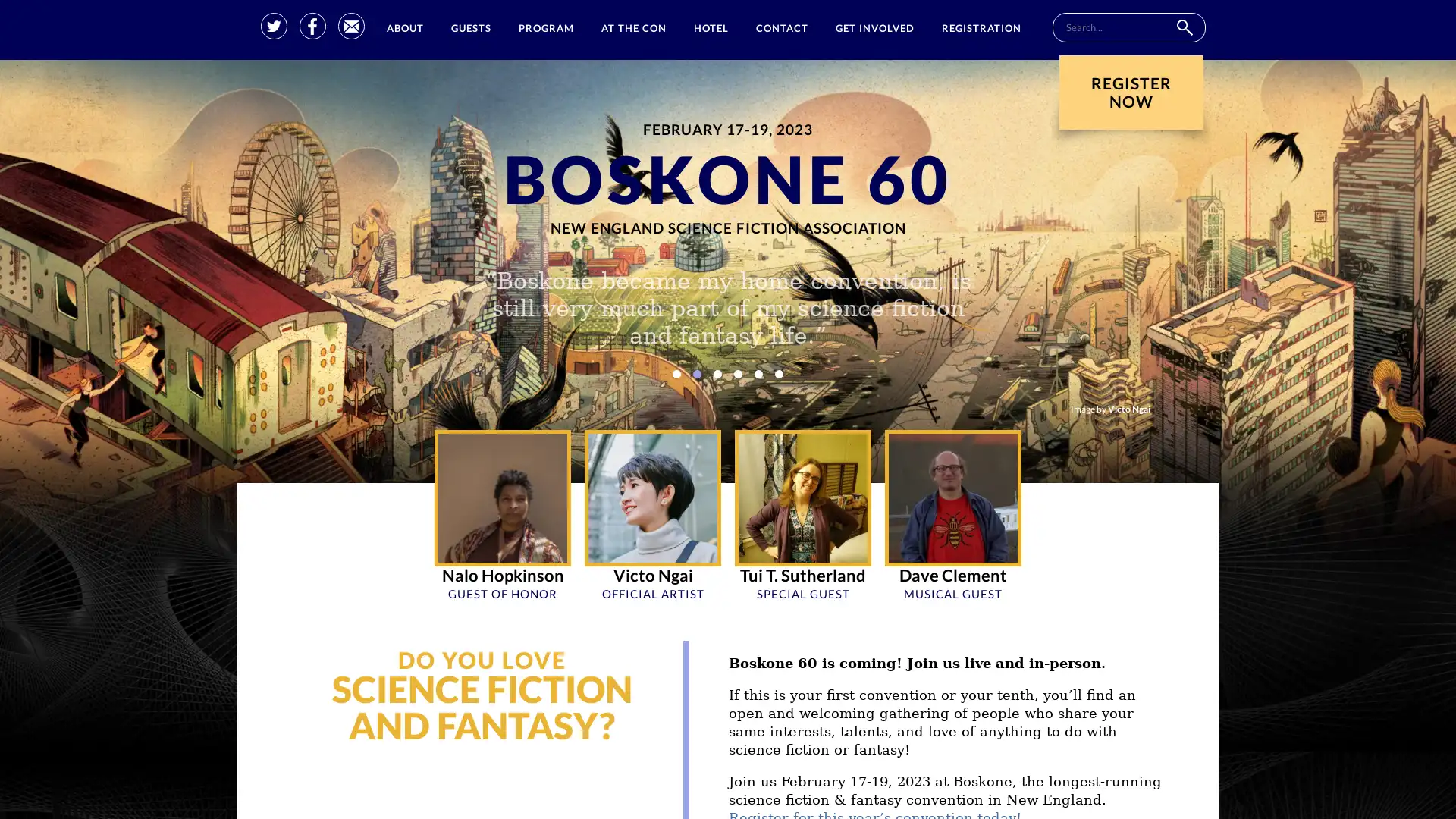  What do you see at coordinates (1183, 27) in the screenshot?
I see `Search` at bounding box center [1183, 27].